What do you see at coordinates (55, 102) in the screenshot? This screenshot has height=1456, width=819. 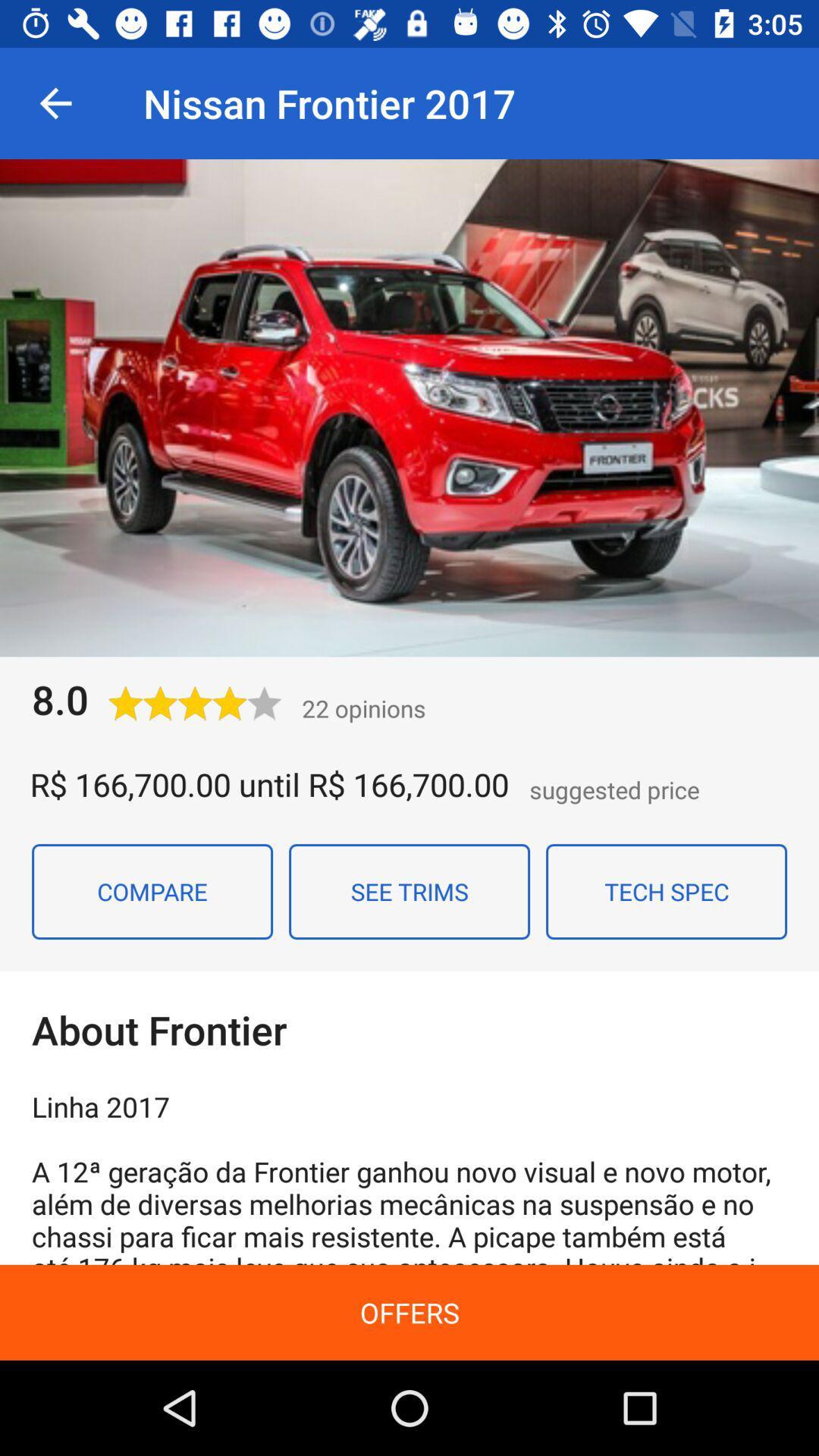 I see `item next to nissan frontier 2017 item` at bounding box center [55, 102].